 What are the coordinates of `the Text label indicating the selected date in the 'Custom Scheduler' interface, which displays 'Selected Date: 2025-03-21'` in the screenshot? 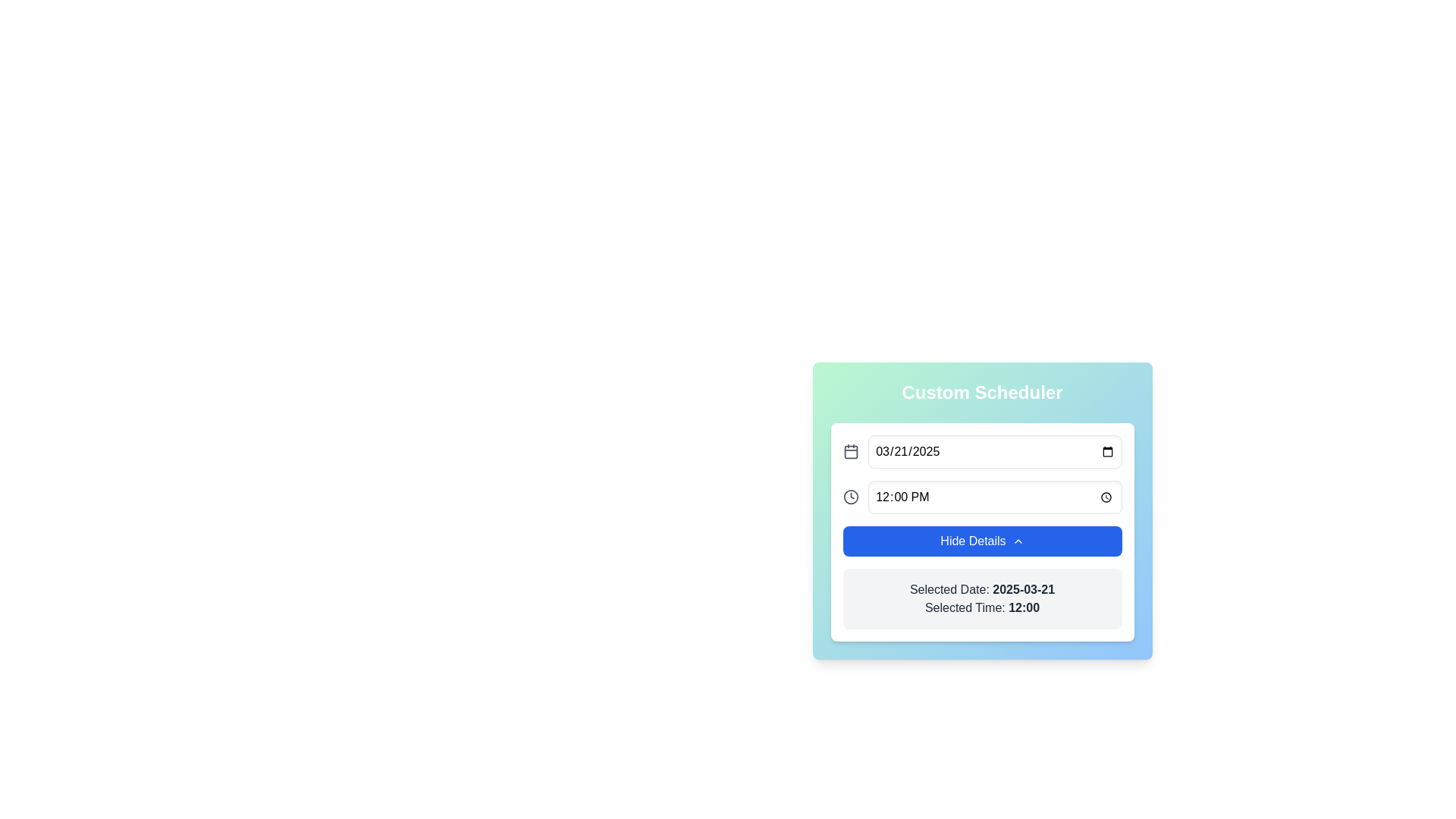 It's located at (1024, 588).